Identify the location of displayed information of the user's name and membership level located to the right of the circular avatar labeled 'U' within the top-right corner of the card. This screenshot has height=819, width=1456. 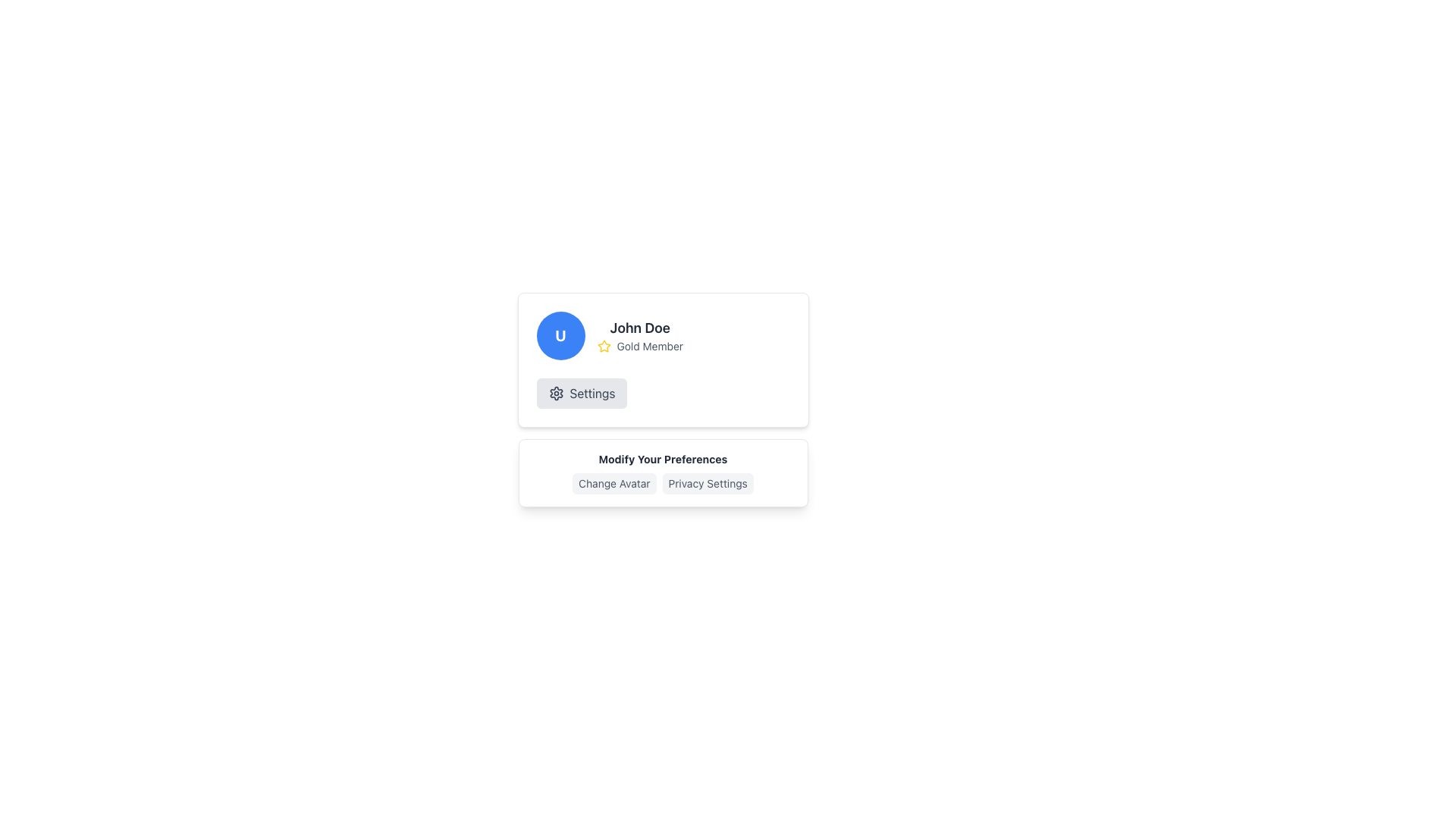
(640, 335).